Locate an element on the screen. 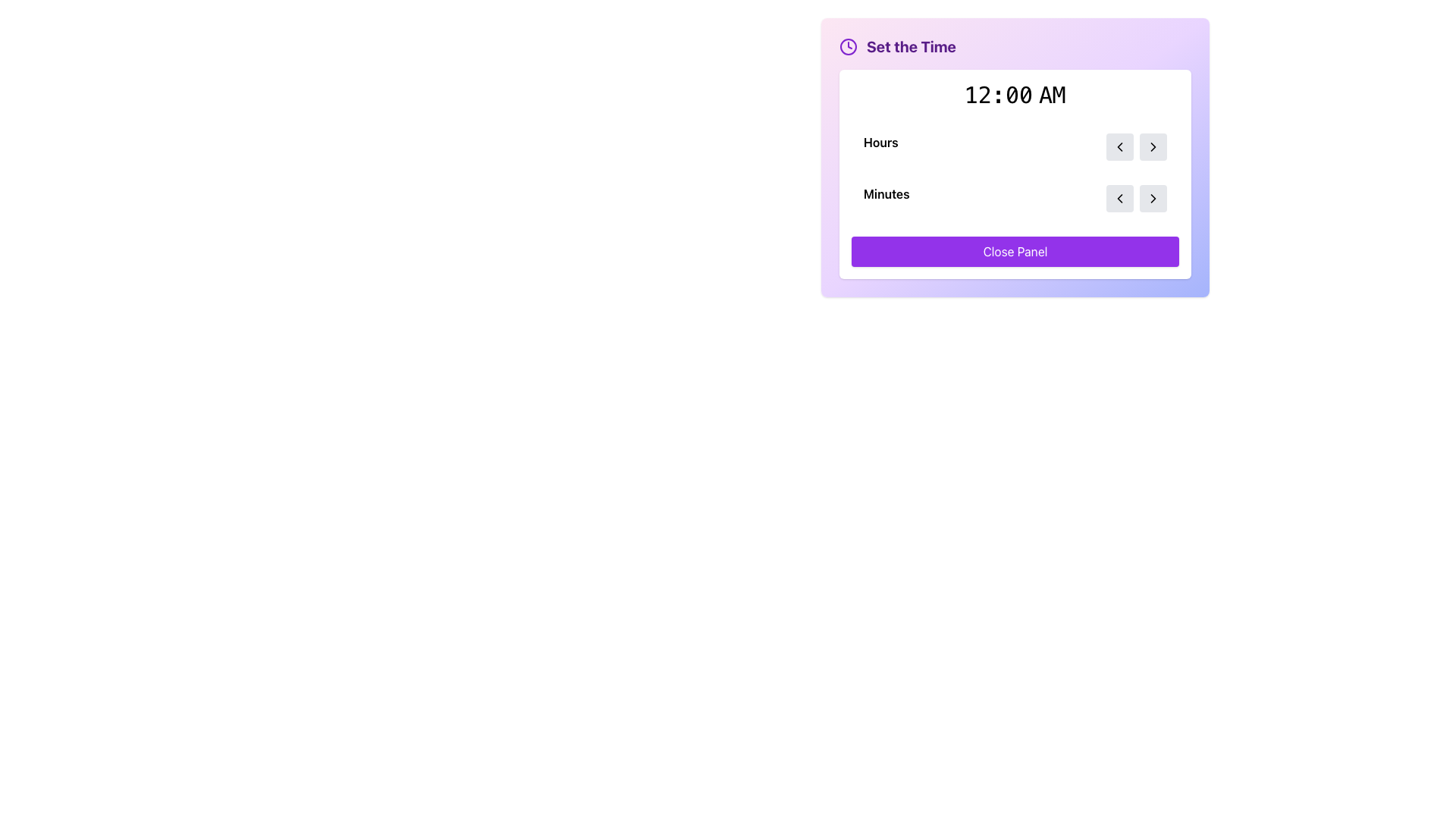  the purple clock icon located in the header section of the 'Set the Time' panel, which is positioned at the leftmost position and visually distinct due to its color and styling is located at coordinates (847, 45).